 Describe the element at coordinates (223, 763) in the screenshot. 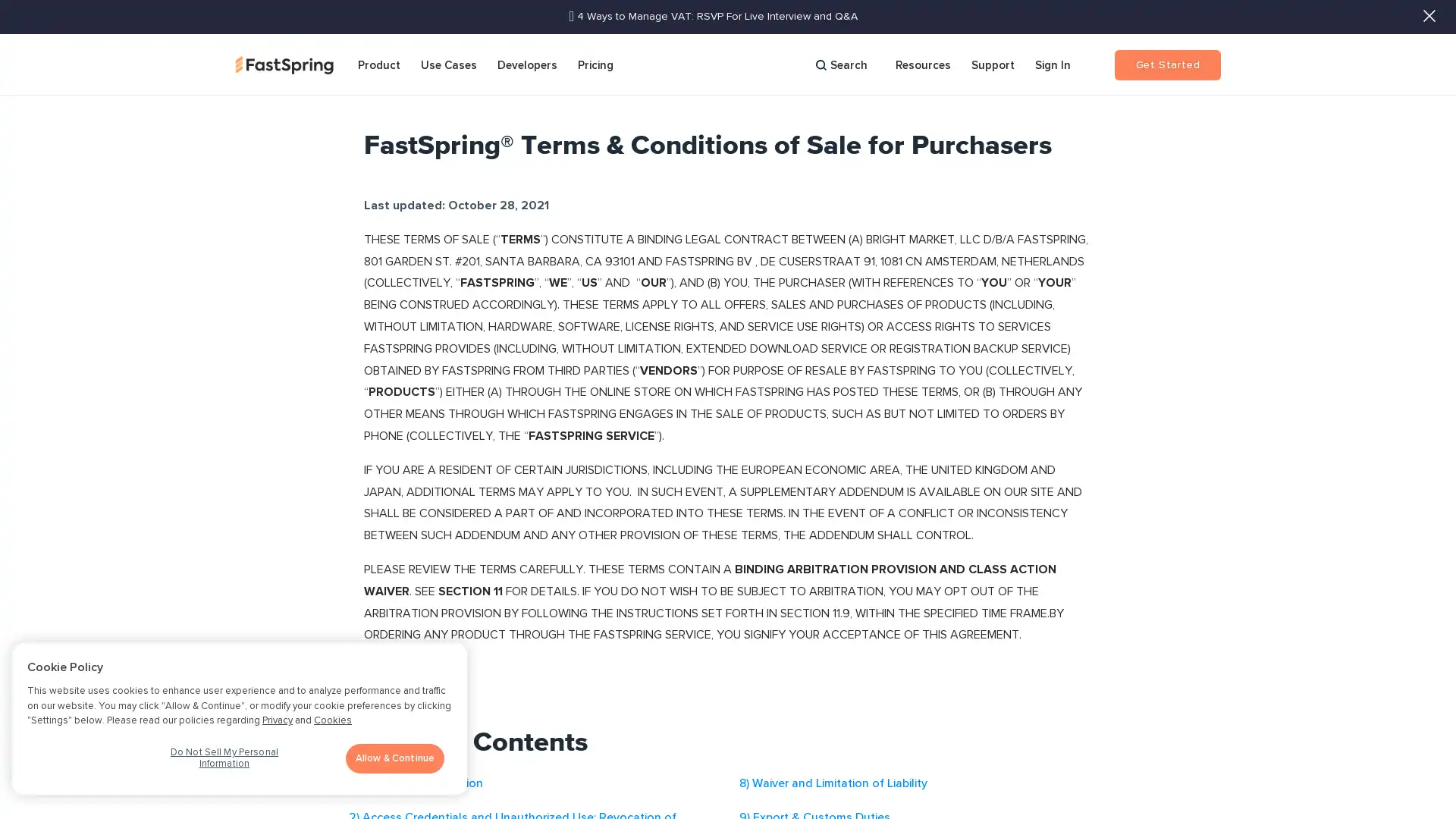

I see `Do Not Sell My Personal Information` at that location.